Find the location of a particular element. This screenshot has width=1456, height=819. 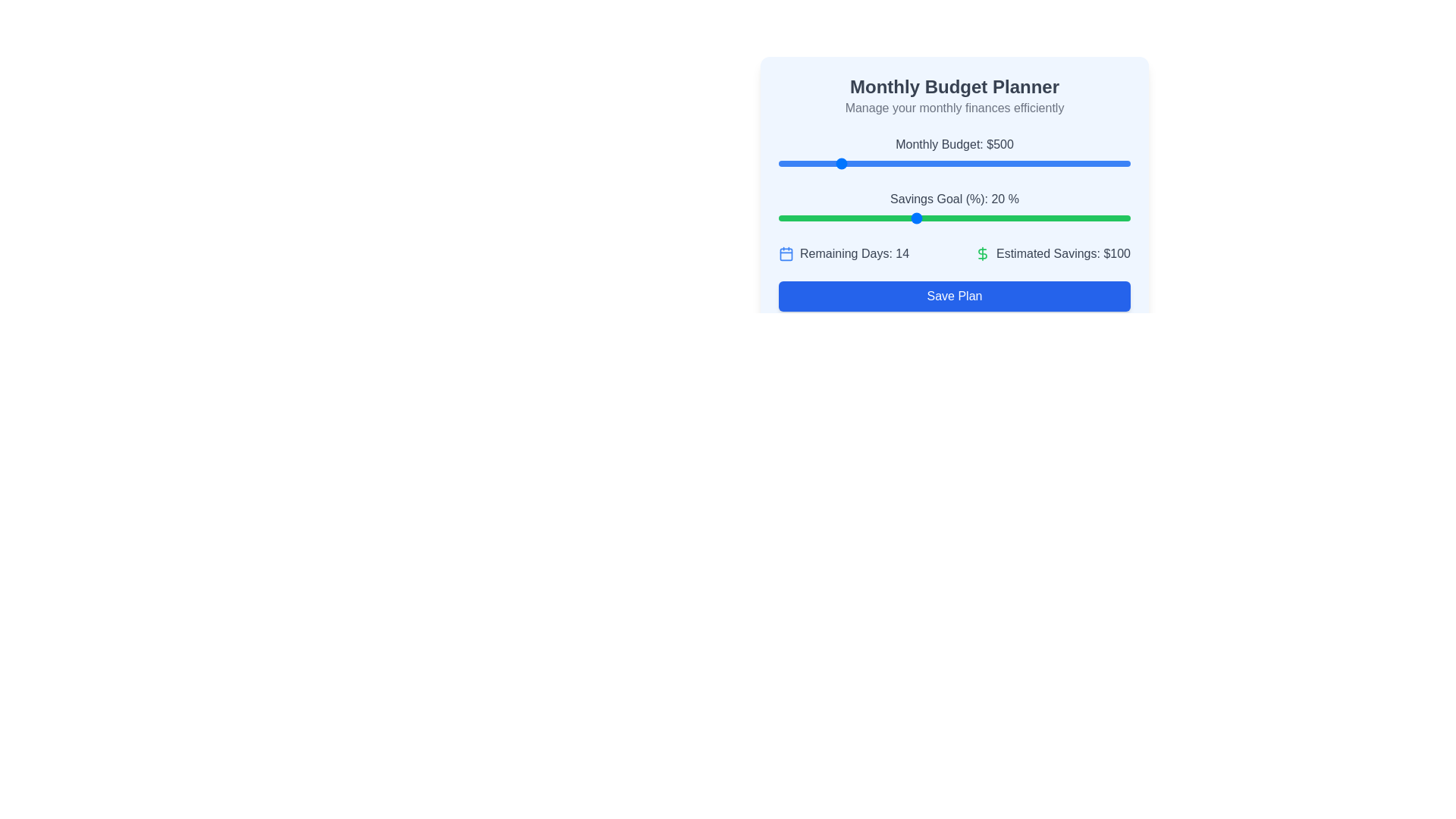

the Savings Goal (%) is located at coordinates (835, 218).